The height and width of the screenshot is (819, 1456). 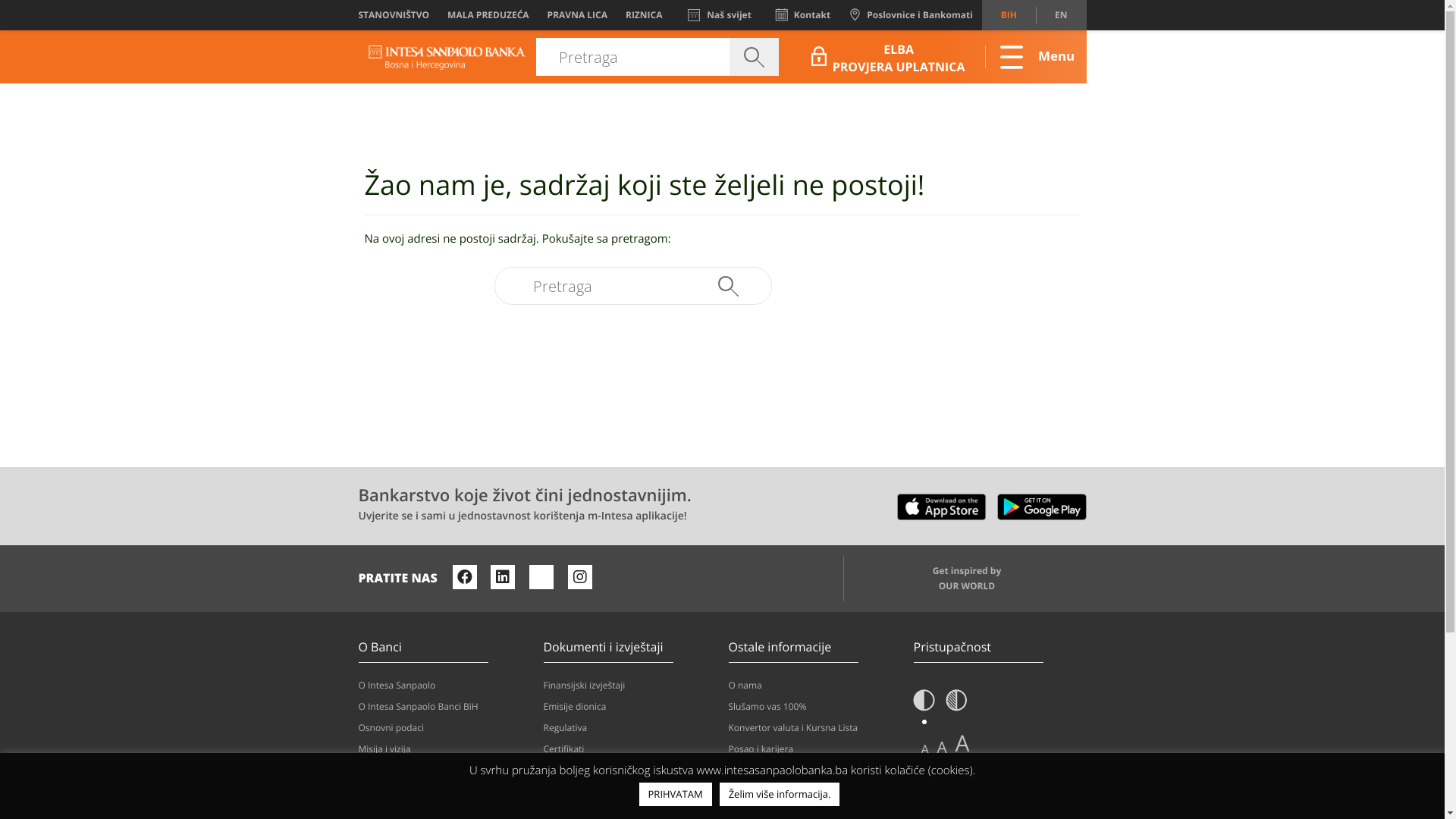 What do you see at coordinates (629, 727) in the screenshot?
I see `'Regulativa'` at bounding box center [629, 727].